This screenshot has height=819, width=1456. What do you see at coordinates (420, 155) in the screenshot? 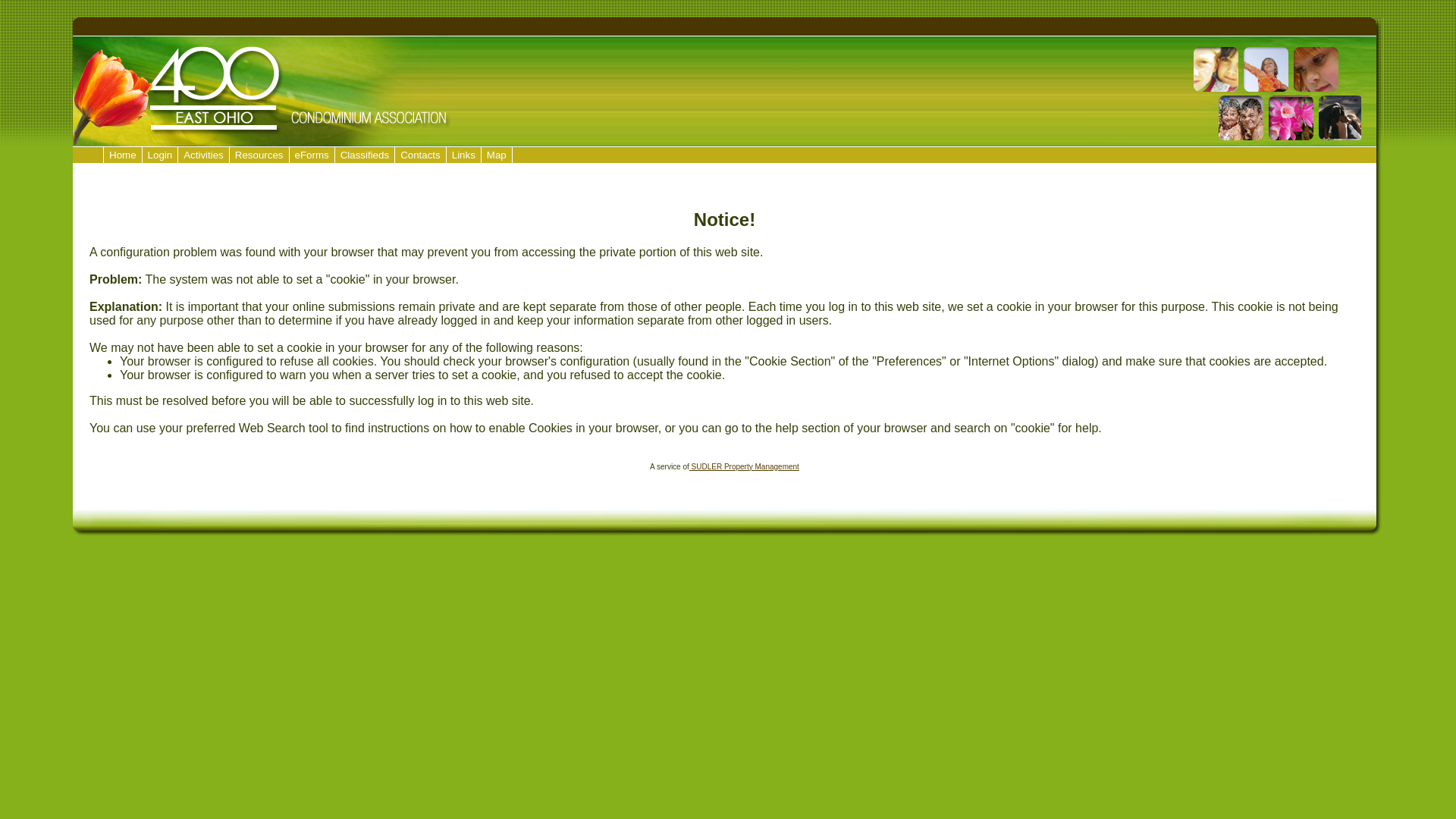
I see `'Contacts'` at bounding box center [420, 155].